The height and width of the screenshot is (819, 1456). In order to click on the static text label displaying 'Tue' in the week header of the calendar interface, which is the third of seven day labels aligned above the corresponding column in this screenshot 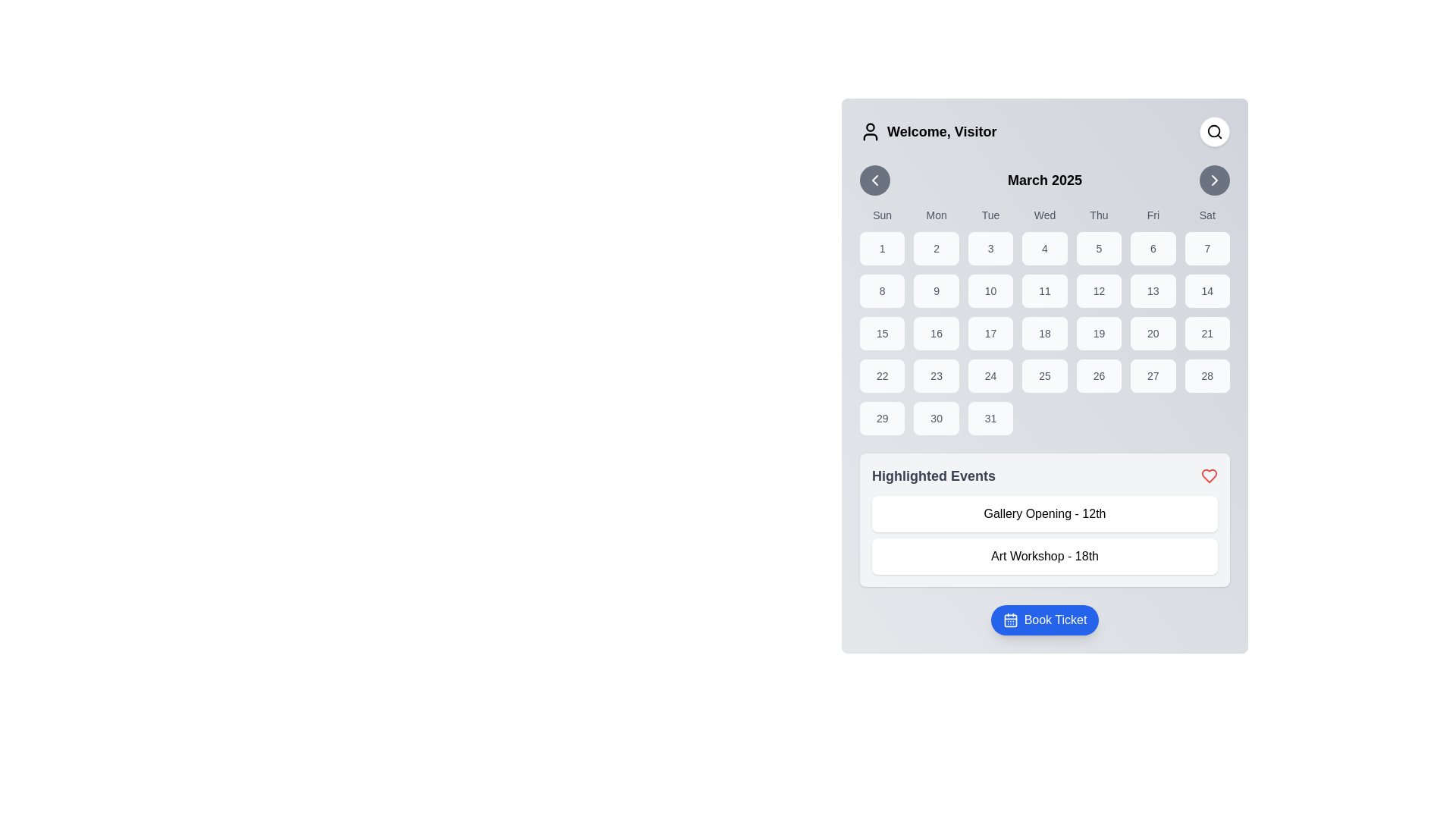, I will do `click(990, 215)`.